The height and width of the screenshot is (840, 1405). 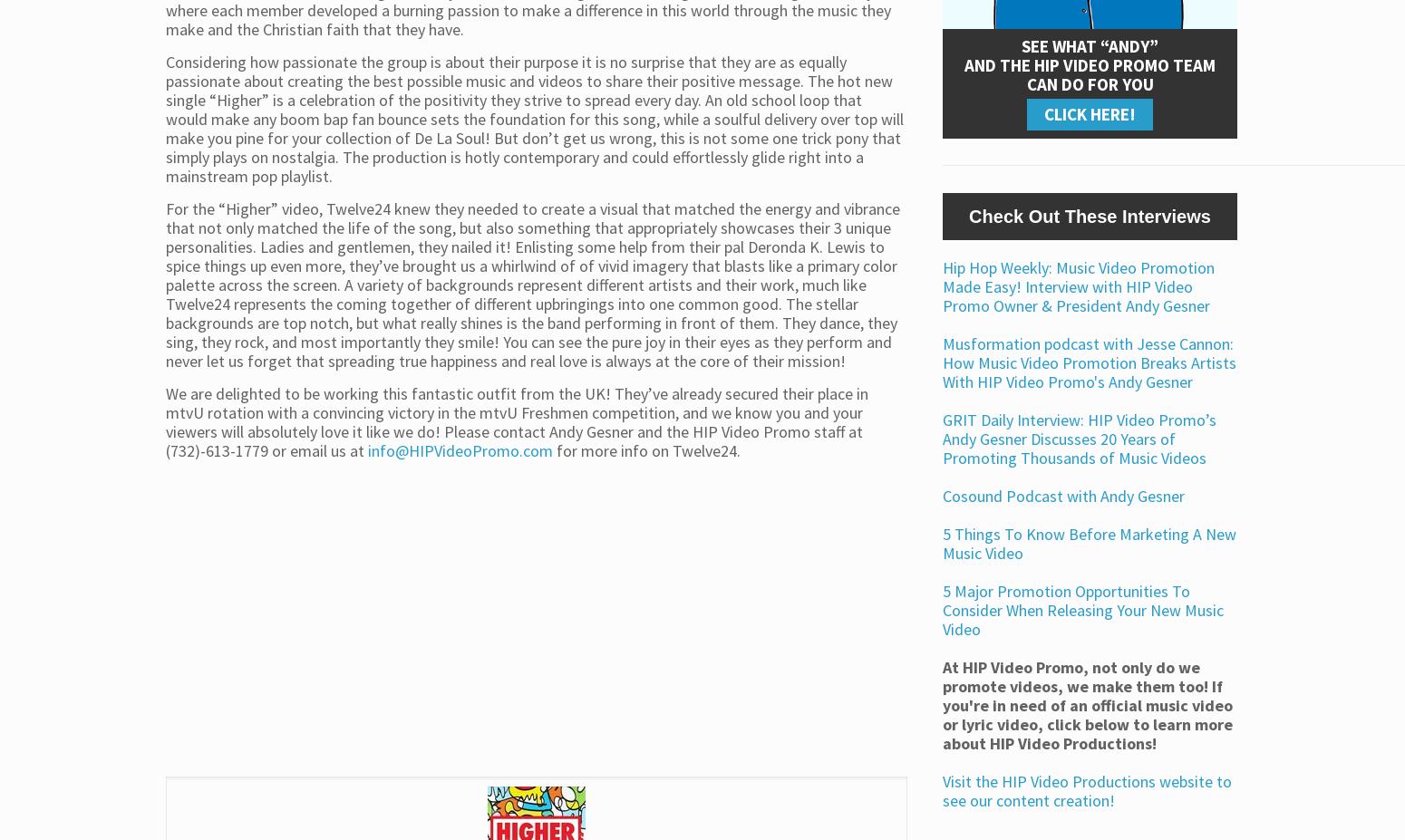 What do you see at coordinates (460, 449) in the screenshot?
I see `'info@HIPVideoPromo.com'` at bounding box center [460, 449].